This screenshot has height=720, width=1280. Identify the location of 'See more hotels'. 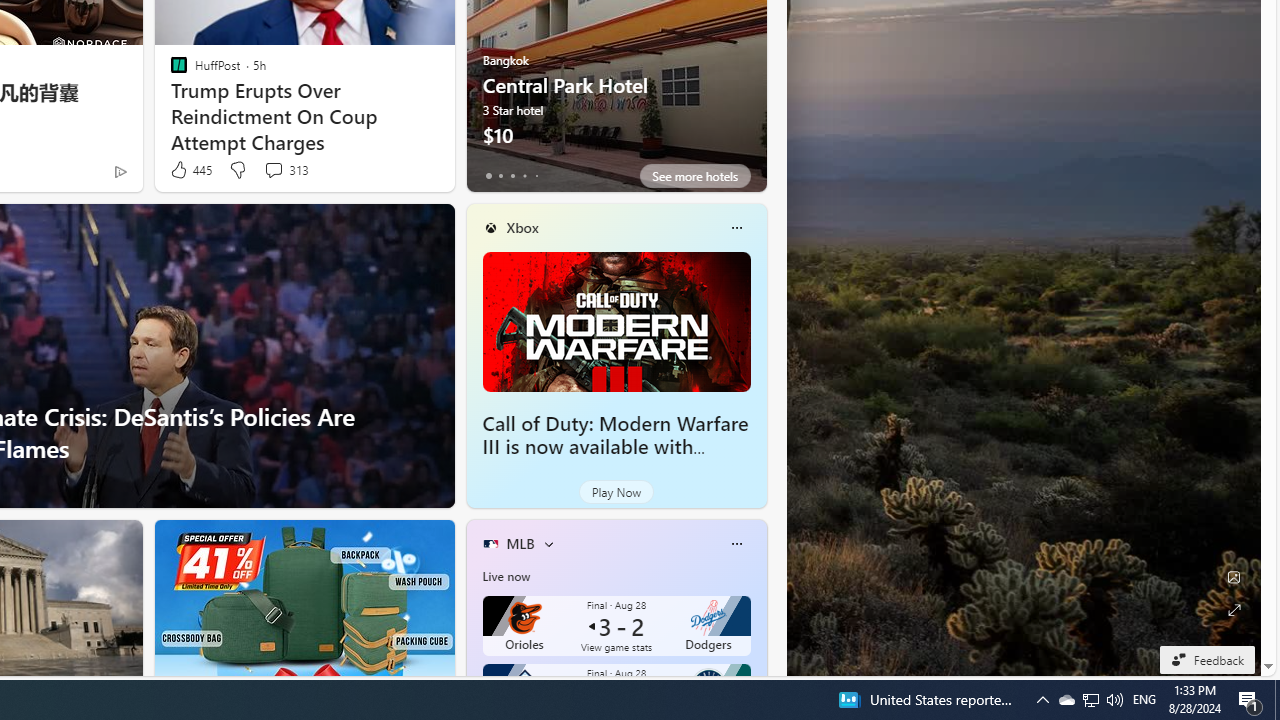
(695, 175).